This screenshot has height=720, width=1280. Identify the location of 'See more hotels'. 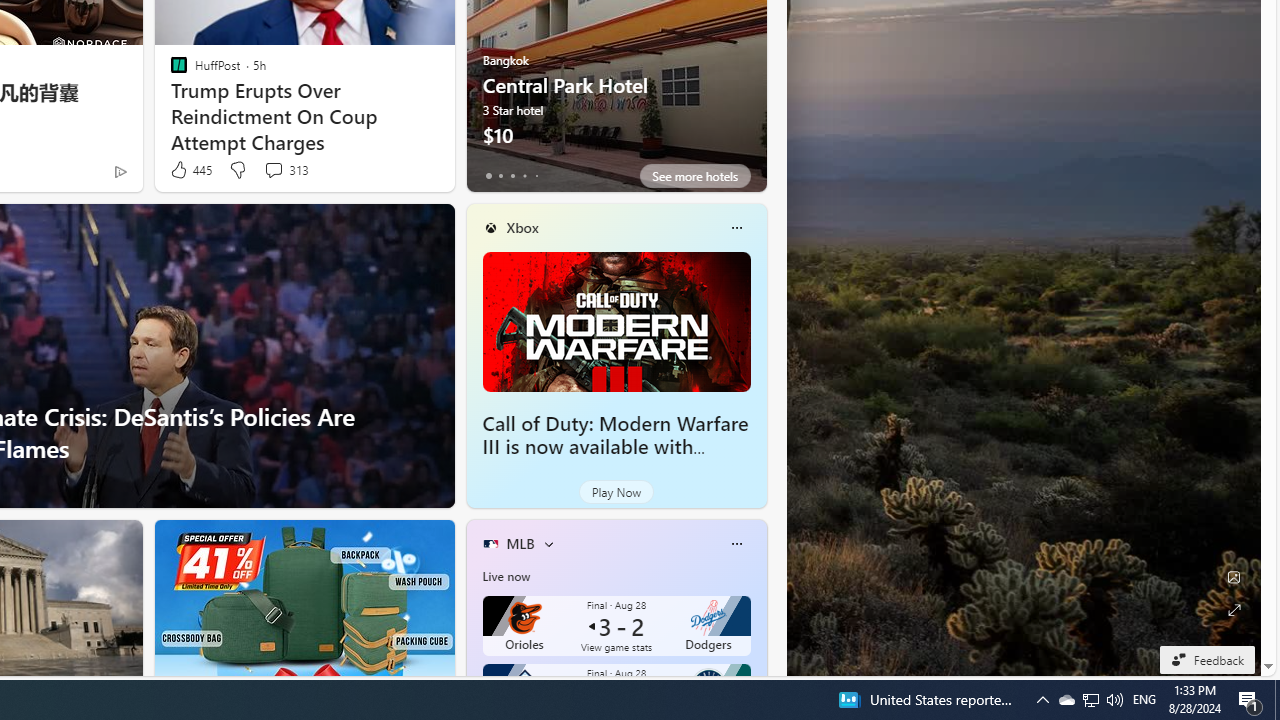
(695, 175).